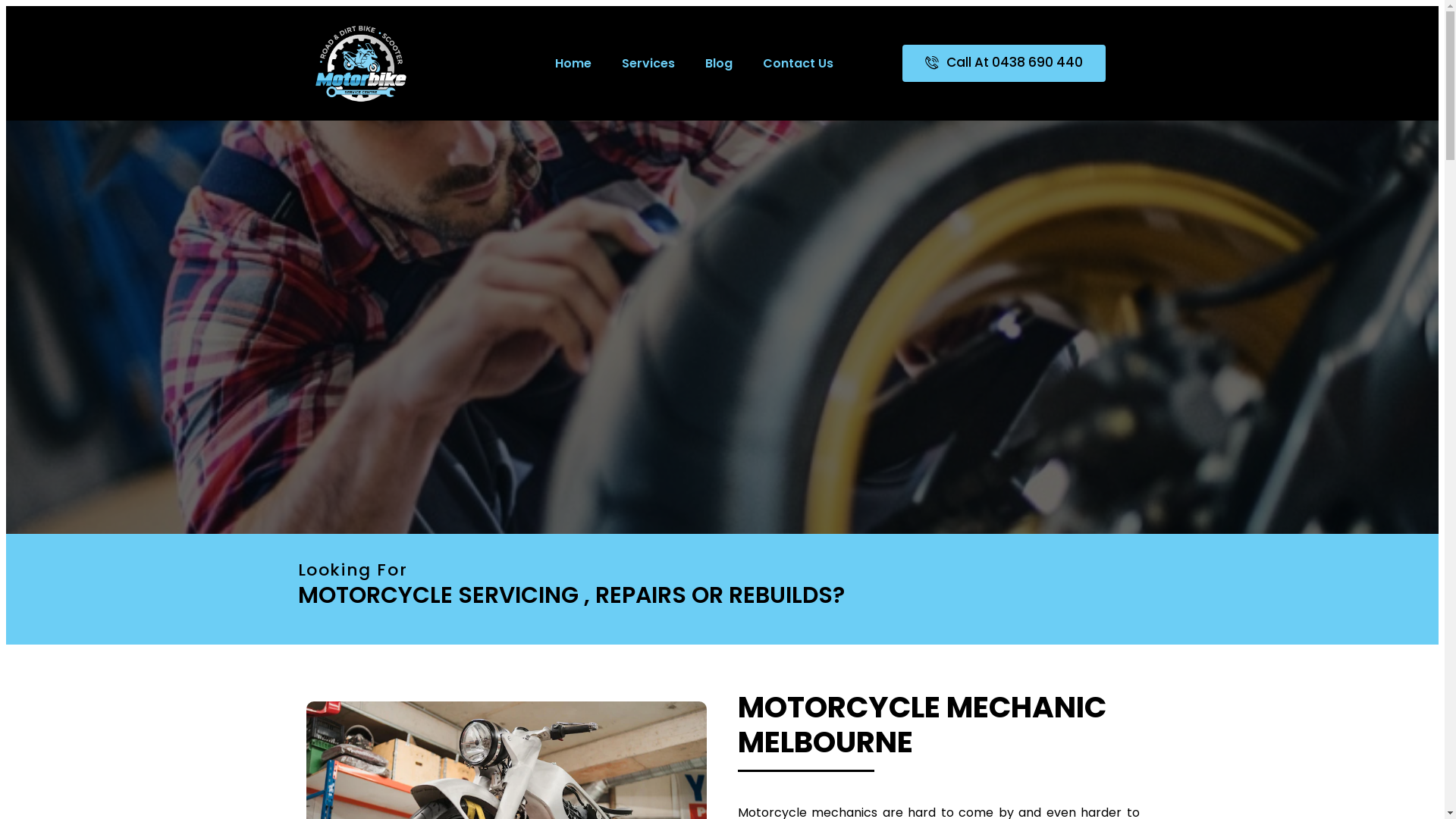  I want to click on 'Services', so click(648, 62).